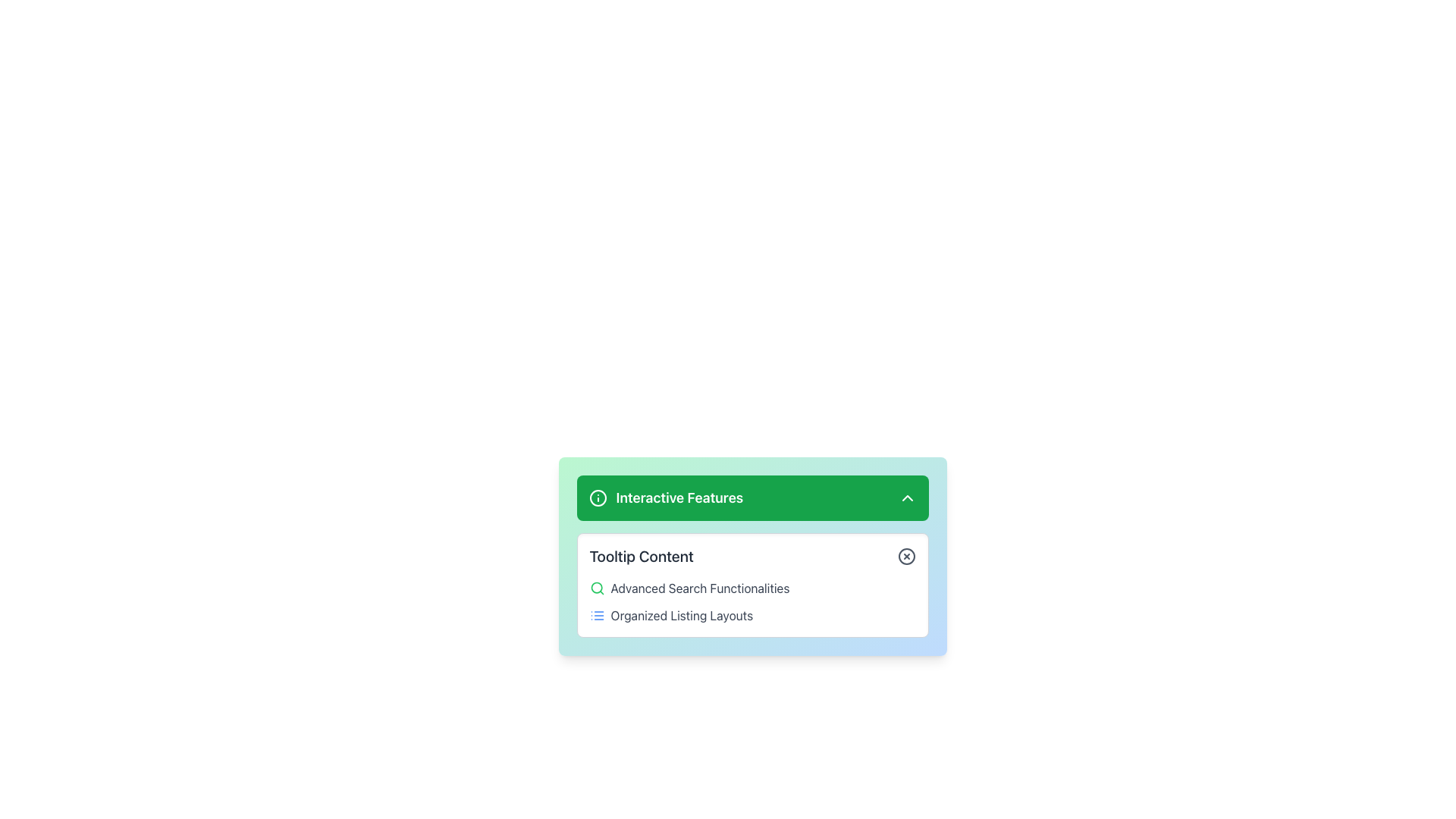  What do you see at coordinates (681, 616) in the screenshot?
I see `the Text Label located within the 'Tooltip Content' section under 'Interactive Features', specifically the second item below 'Advanced Search Functionalities'` at bounding box center [681, 616].